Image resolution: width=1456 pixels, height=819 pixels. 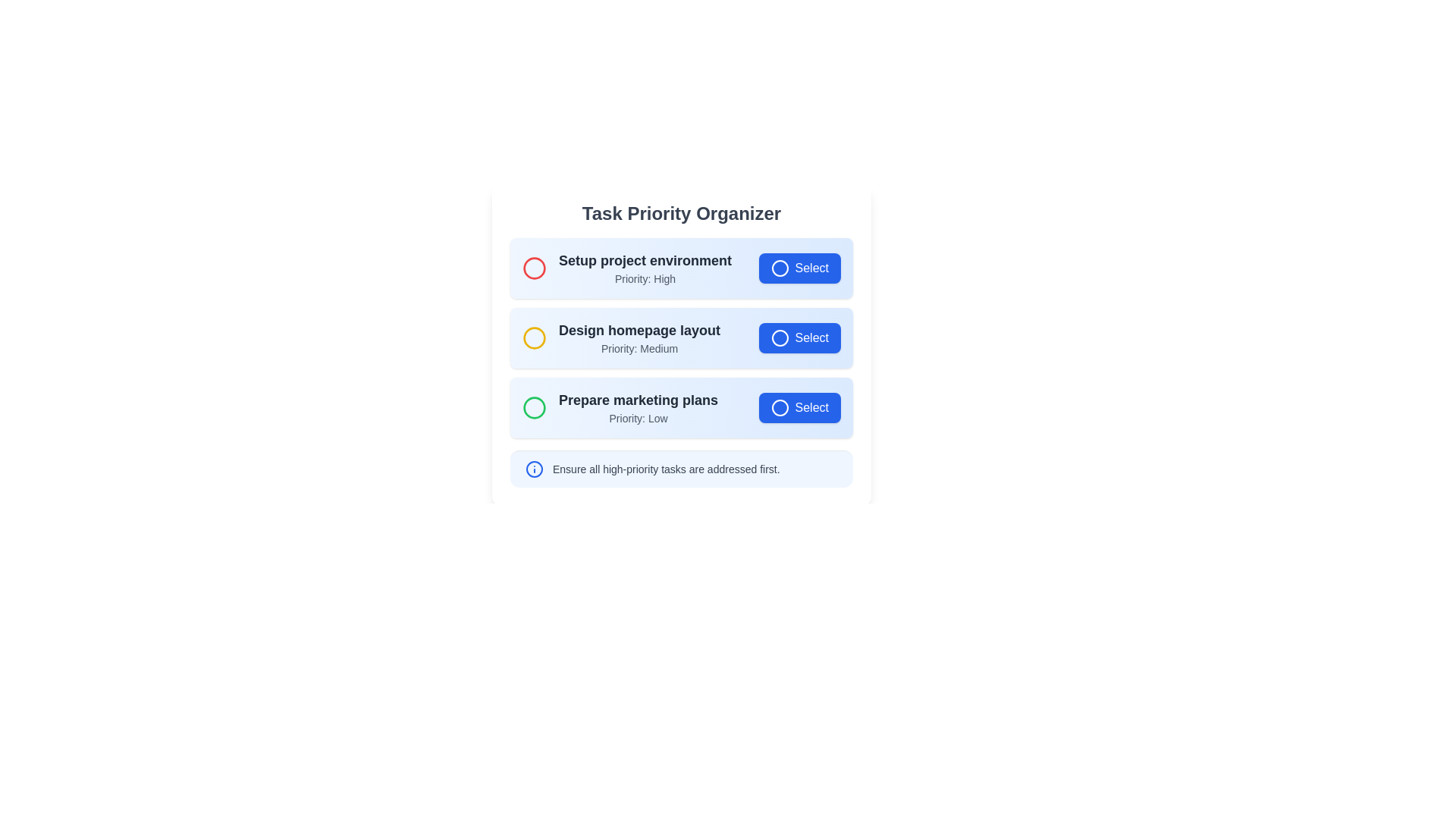 What do you see at coordinates (799, 337) in the screenshot?
I see `the 'Select' button with a blue background and white text, which is located on the right side of the 'Design homepage layout' row` at bounding box center [799, 337].